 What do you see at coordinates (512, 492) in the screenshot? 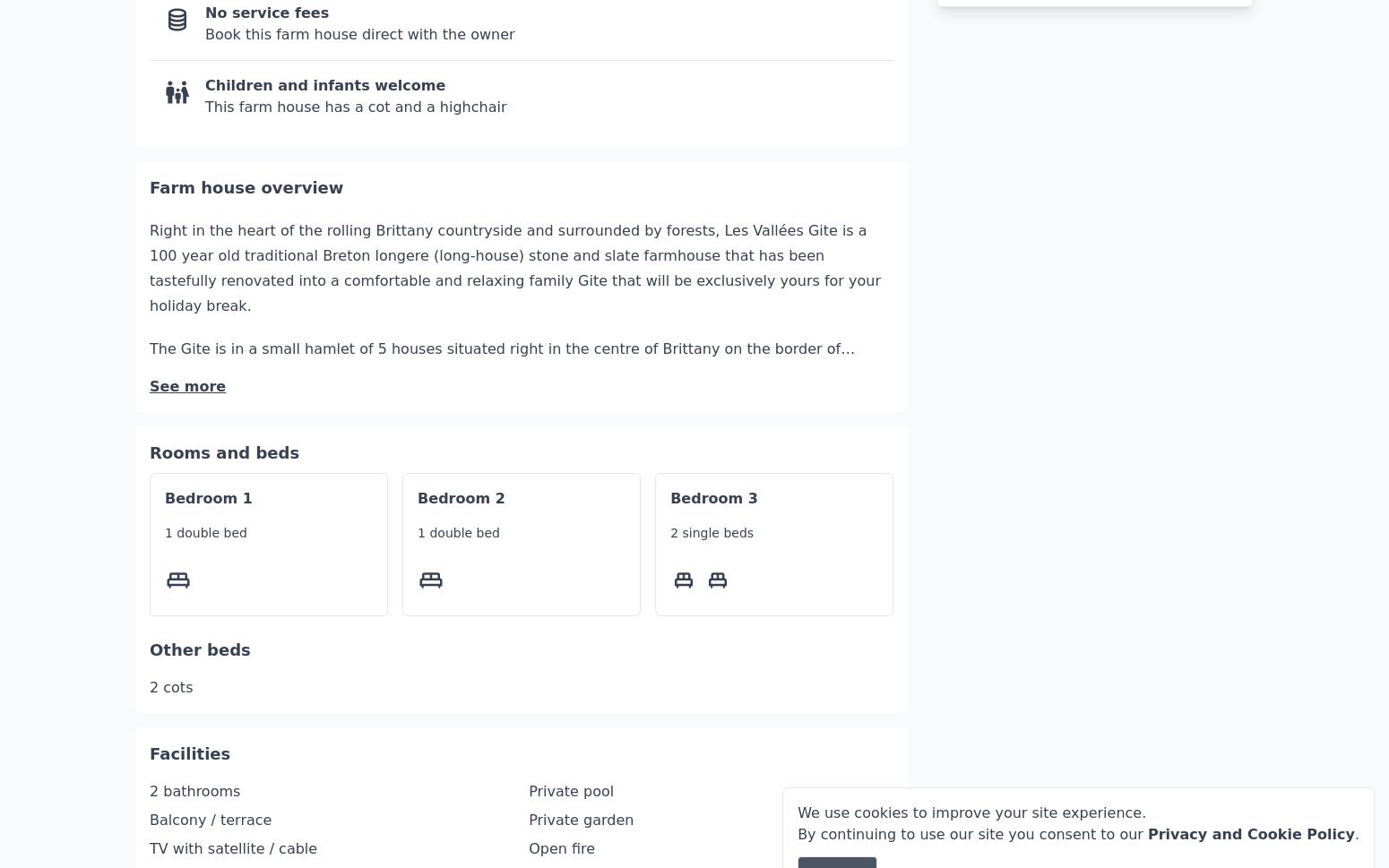
I see `'Outside, the Gite is situated in a roughly half acre enclosed Garden, surrounded by fields and woods. Between the two 'wings' of the Gite is a floodlit gravelled courtyard and a large open barn on the opposite side.'` at bounding box center [512, 492].